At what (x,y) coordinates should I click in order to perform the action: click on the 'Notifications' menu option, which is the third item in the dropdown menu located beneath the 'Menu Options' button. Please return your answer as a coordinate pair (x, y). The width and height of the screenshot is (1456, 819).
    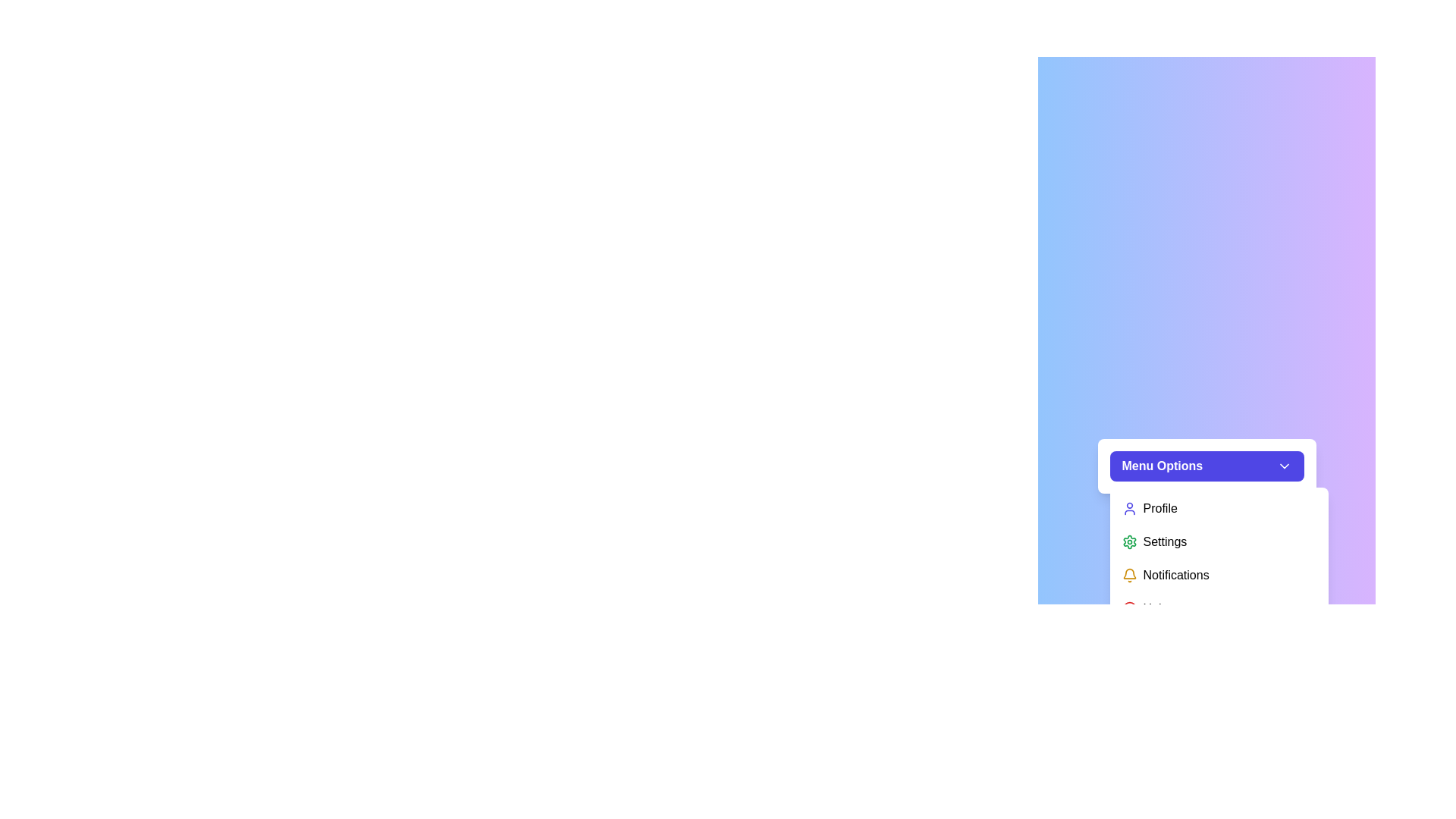
    Looking at the image, I should click on (1219, 558).